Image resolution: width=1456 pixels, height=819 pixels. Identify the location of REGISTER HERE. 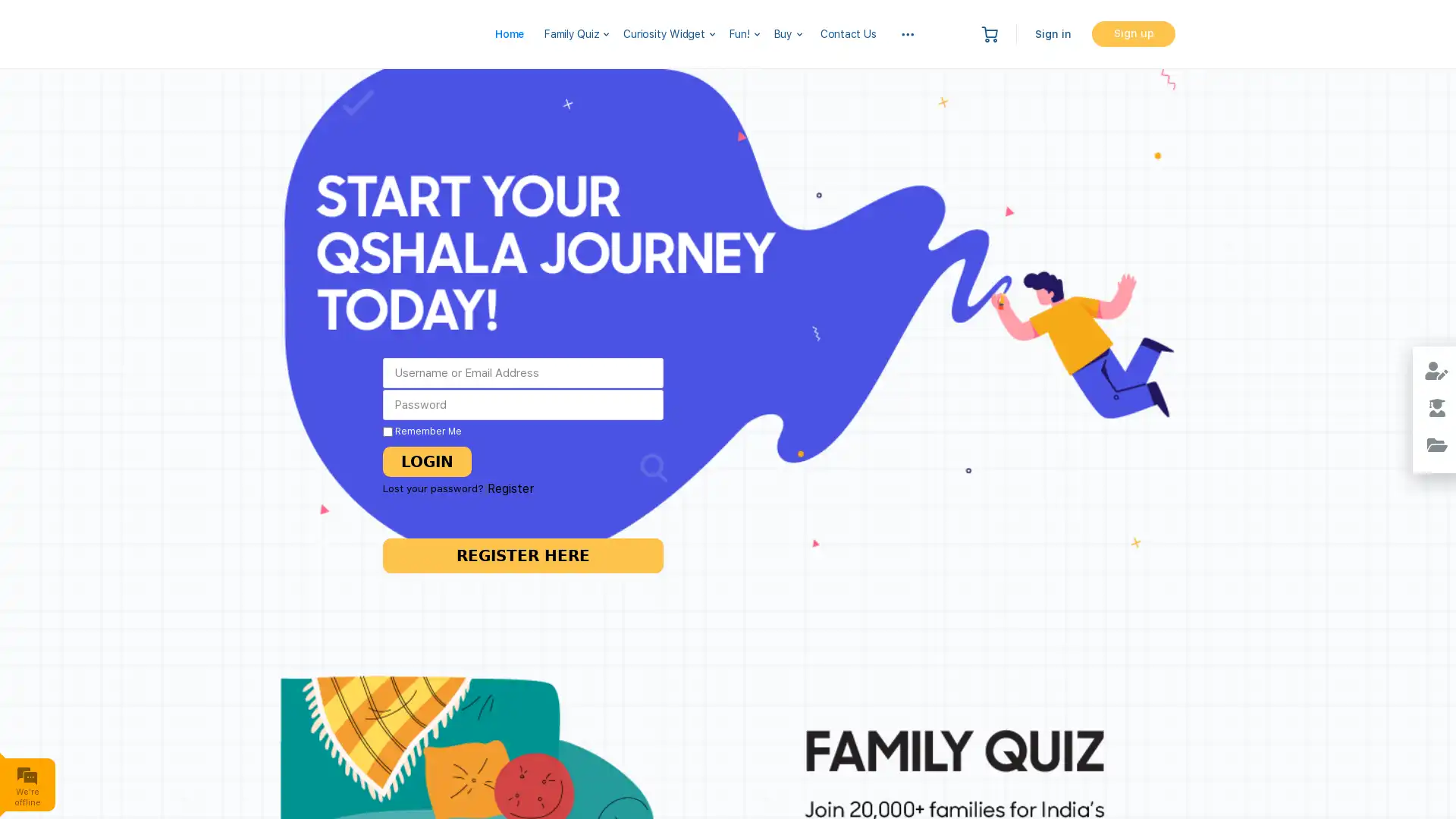
(523, 555).